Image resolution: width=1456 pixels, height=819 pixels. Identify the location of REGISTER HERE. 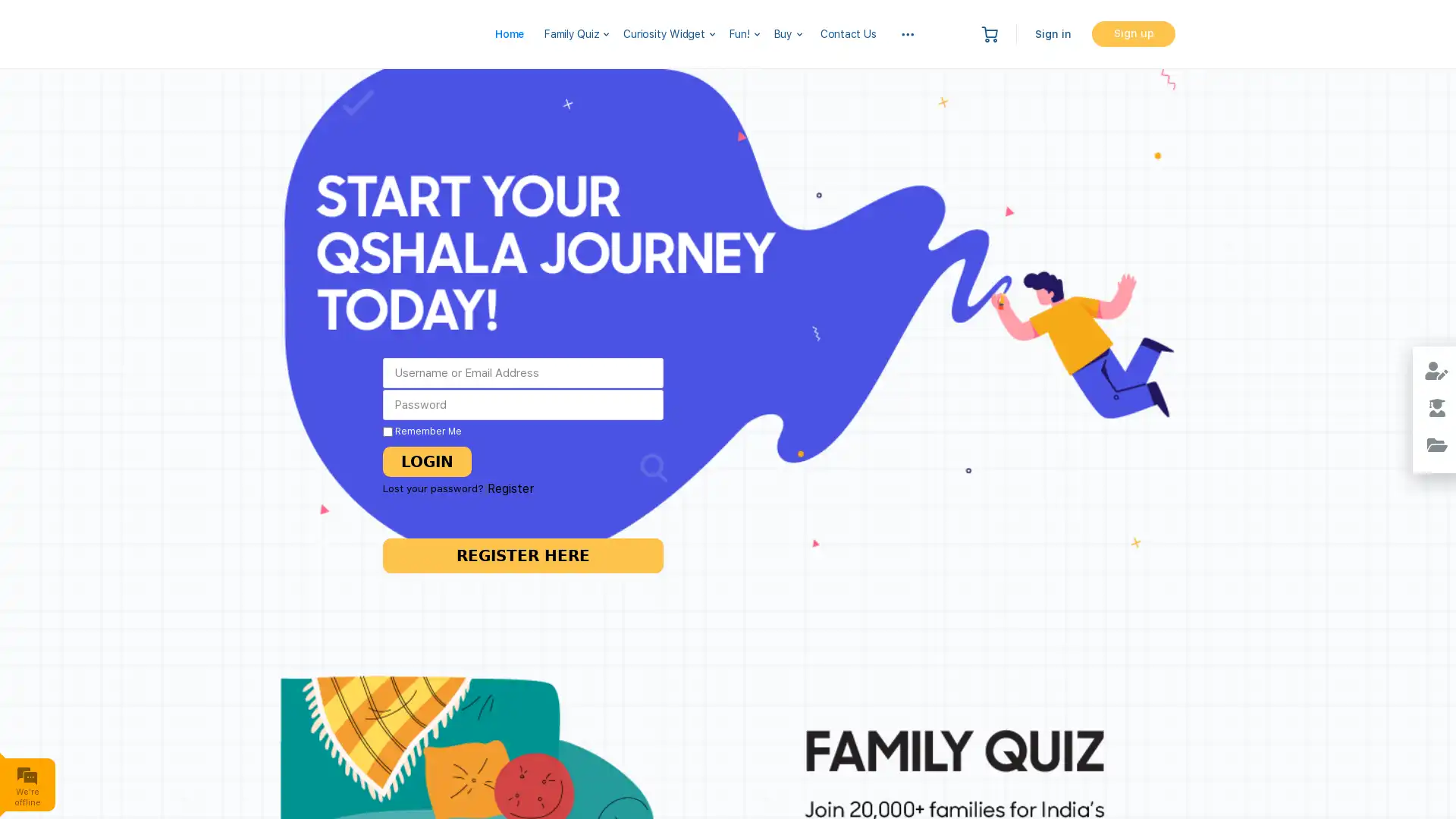
(523, 555).